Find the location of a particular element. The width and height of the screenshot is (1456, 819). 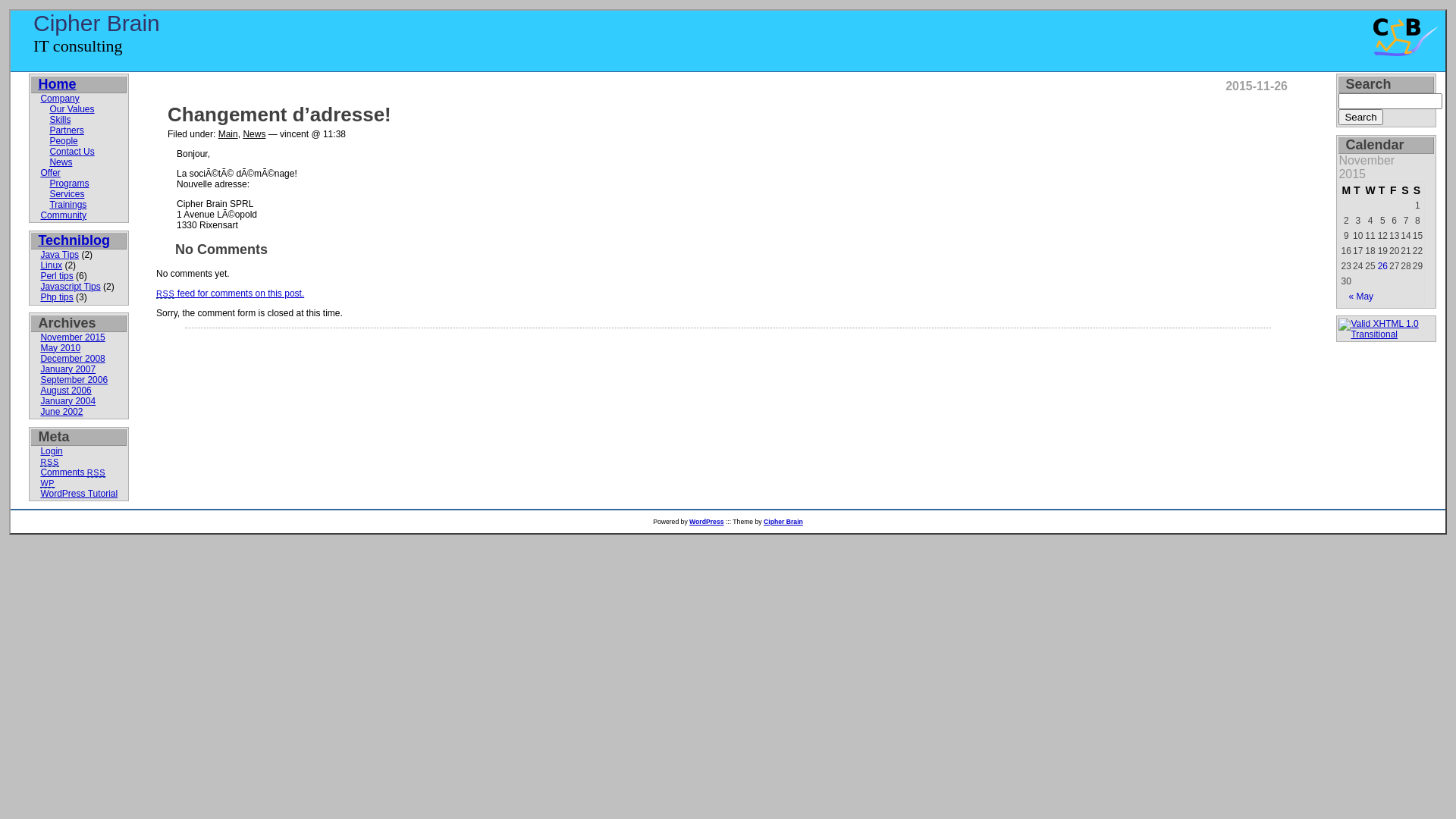

'December 2008' is located at coordinates (71, 359).